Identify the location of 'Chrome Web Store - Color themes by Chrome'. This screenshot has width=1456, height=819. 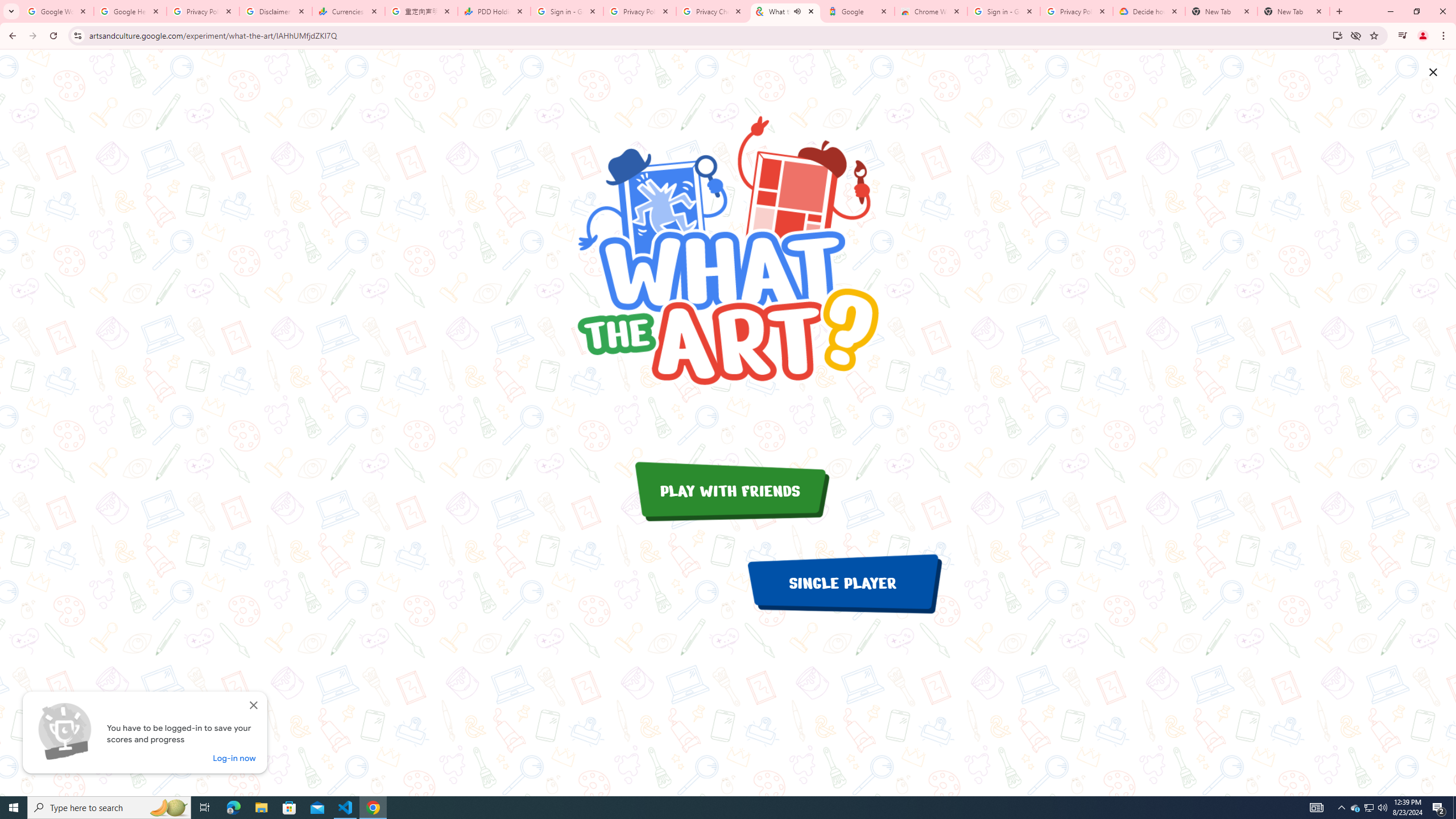
(930, 11).